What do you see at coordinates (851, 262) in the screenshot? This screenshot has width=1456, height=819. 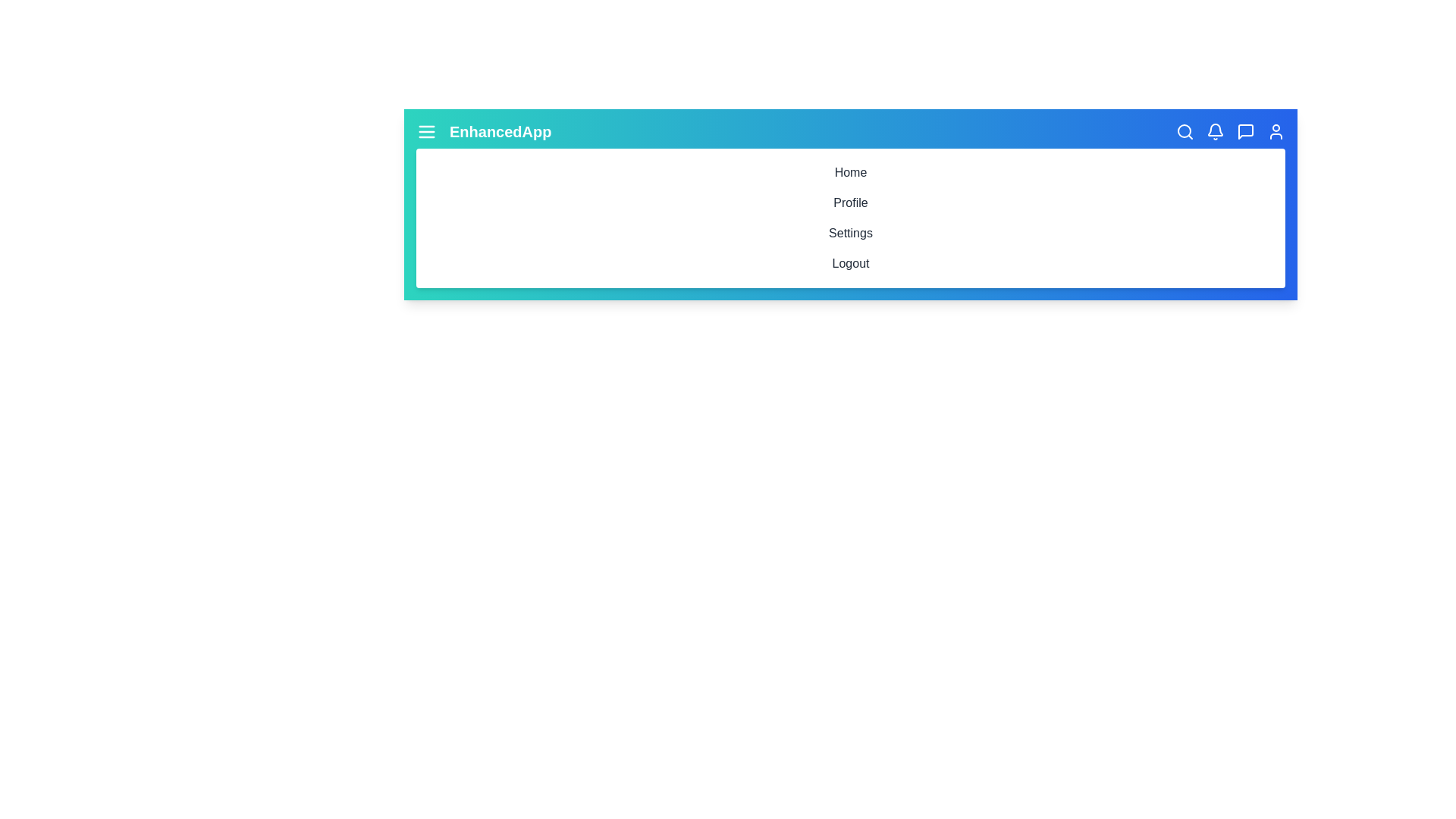 I see `the navigation item Logout in the menu` at bounding box center [851, 262].